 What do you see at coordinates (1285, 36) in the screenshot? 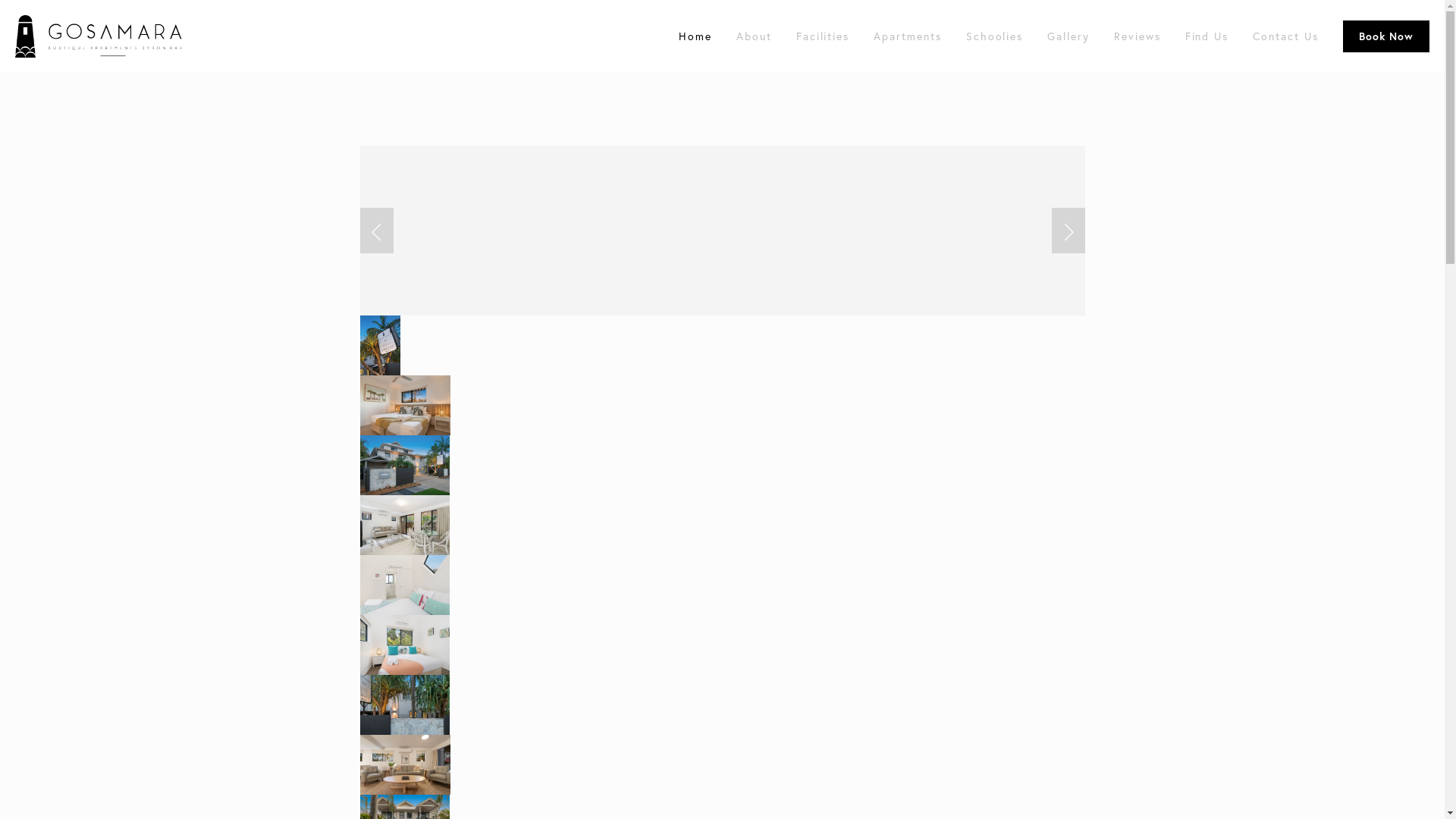
I see `'Contact Us'` at bounding box center [1285, 36].